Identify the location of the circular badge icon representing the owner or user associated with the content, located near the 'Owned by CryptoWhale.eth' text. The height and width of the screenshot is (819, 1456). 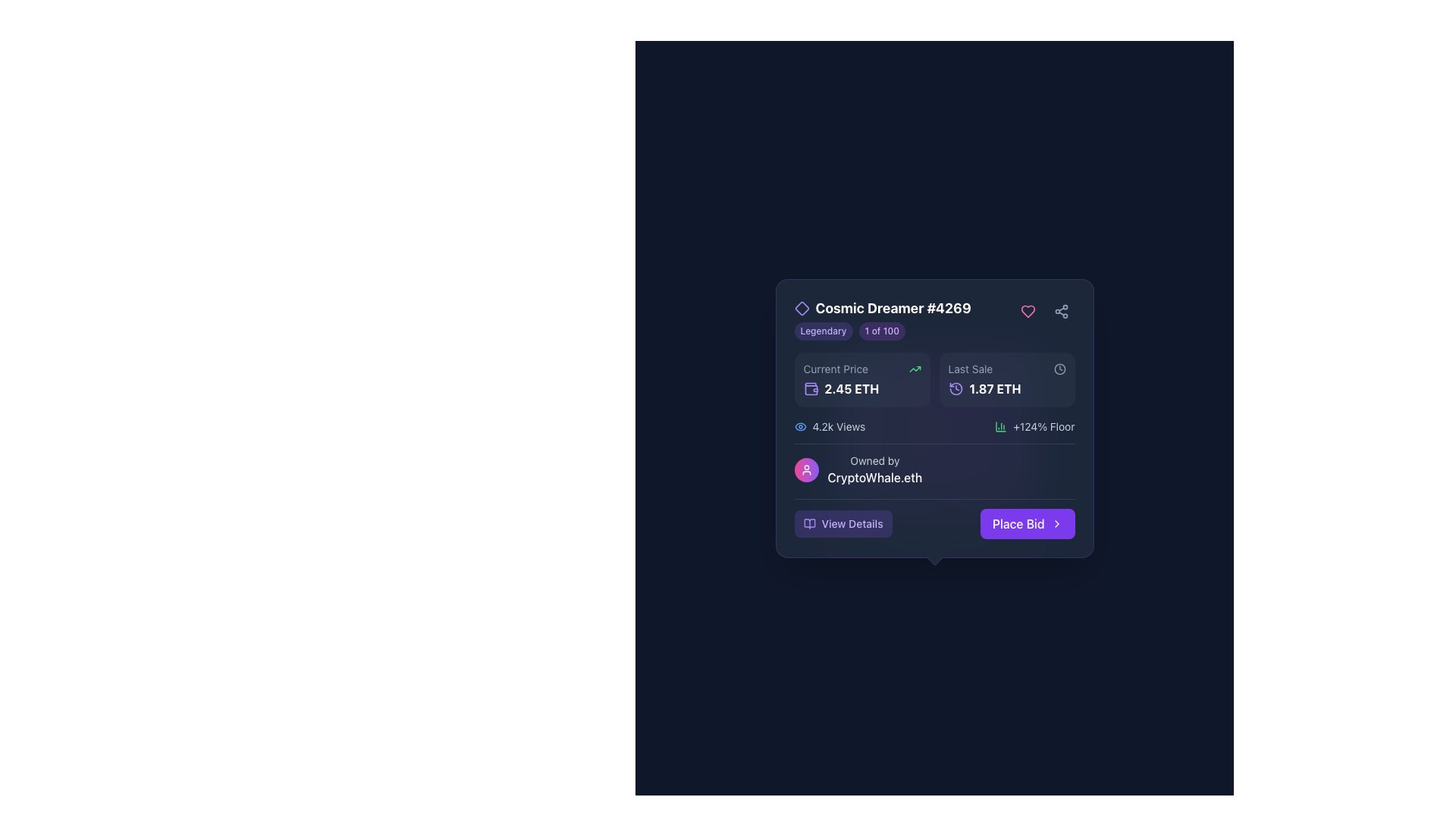
(805, 469).